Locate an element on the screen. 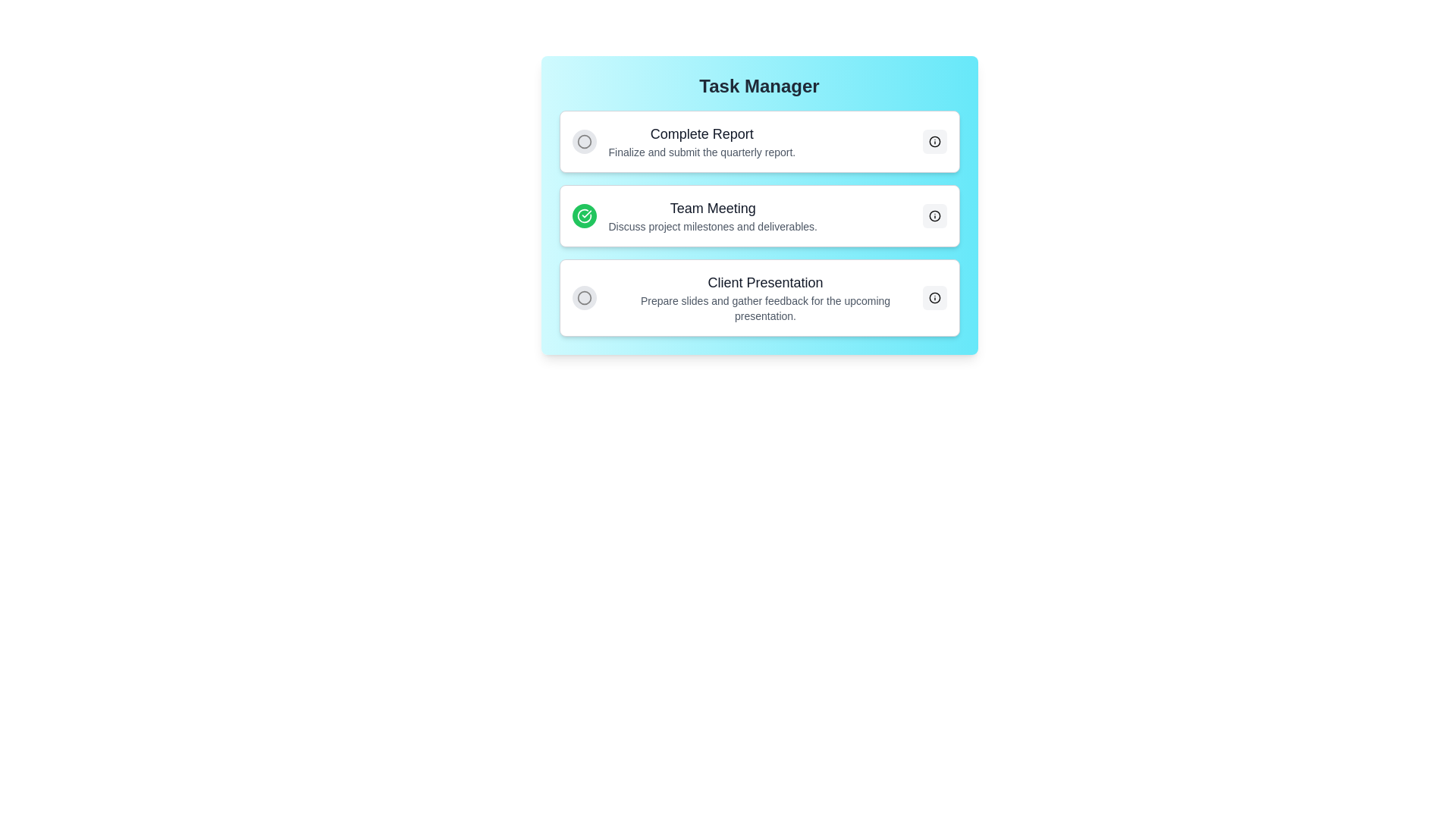 The width and height of the screenshot is (1456, 819). the first task item is located at coordinates (682, 141).